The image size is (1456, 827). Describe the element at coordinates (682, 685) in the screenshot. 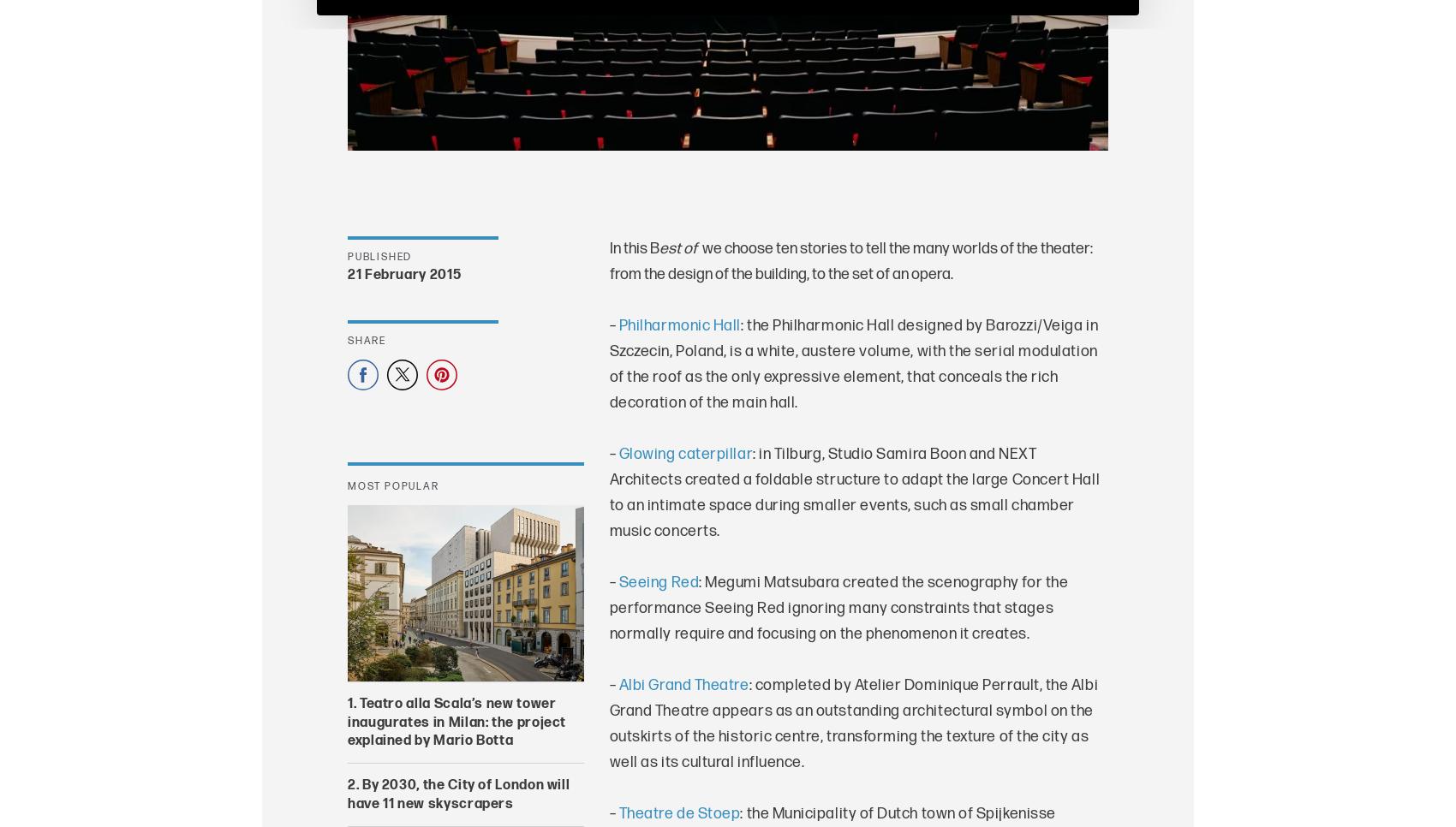

I see `'Albi Grand Theatre'` at that location.